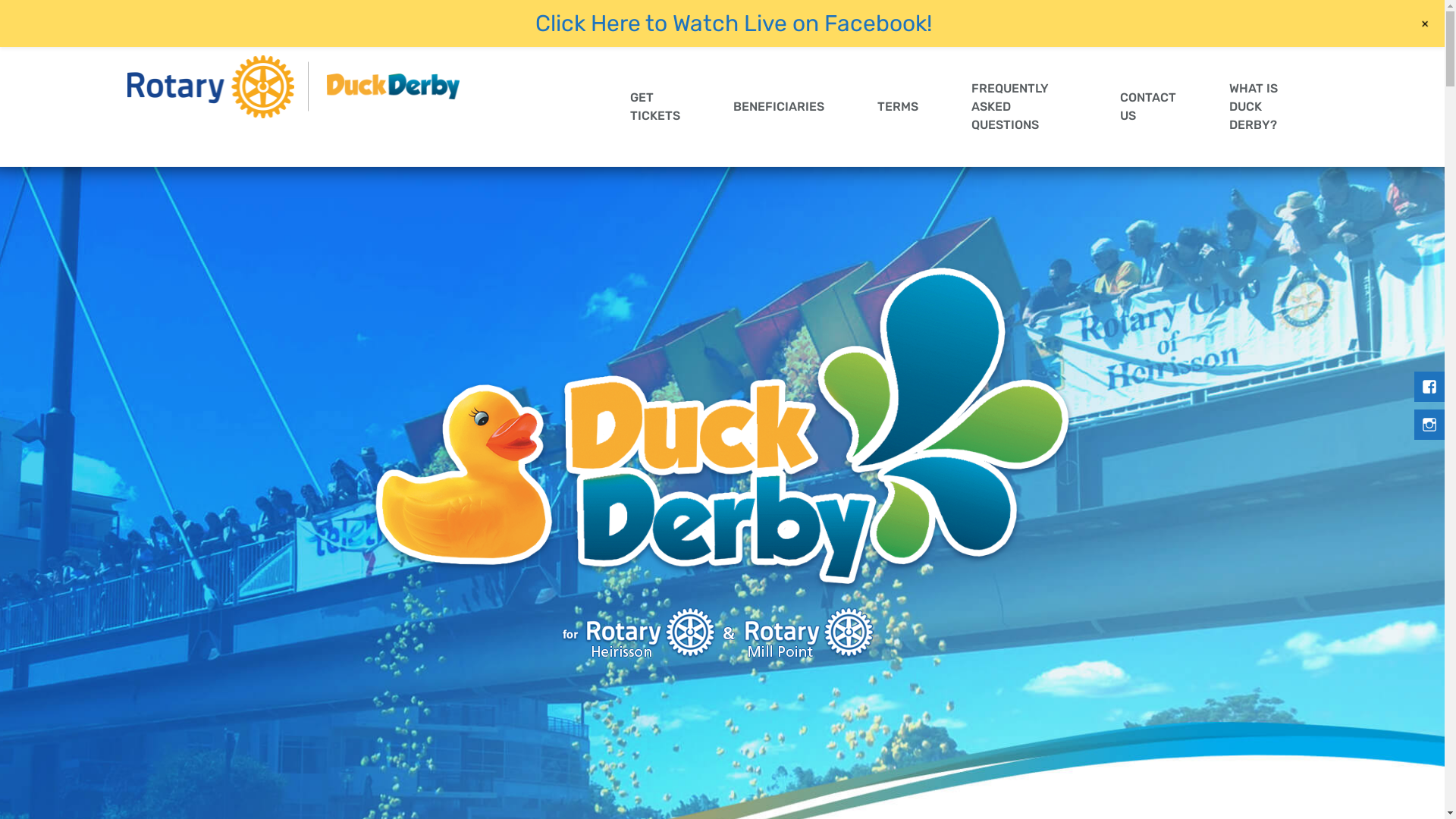 The image size is (1456, 819). What do you see at coordinates (603, 106) in the screenshot?
I see `'GET TICKETS'` at bounding box center [603, 106].